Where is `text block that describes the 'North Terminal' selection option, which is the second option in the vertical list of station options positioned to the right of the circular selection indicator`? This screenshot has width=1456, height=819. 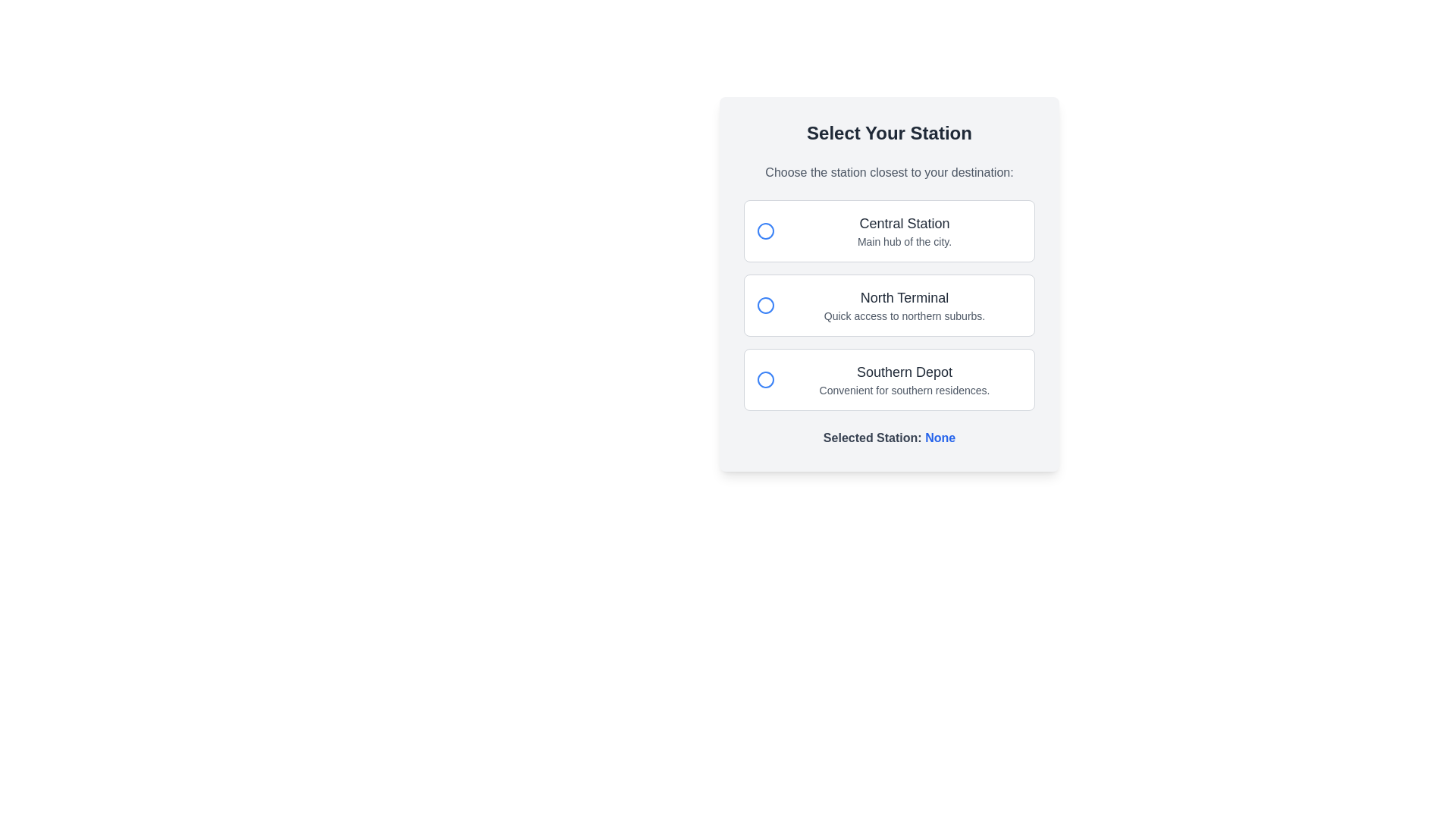 text block that describes the 'North Terminal' selection option, which is the second option in the vertical list of station options positioned to the right of the circular selection indicator is located at coordinates (905, 305).